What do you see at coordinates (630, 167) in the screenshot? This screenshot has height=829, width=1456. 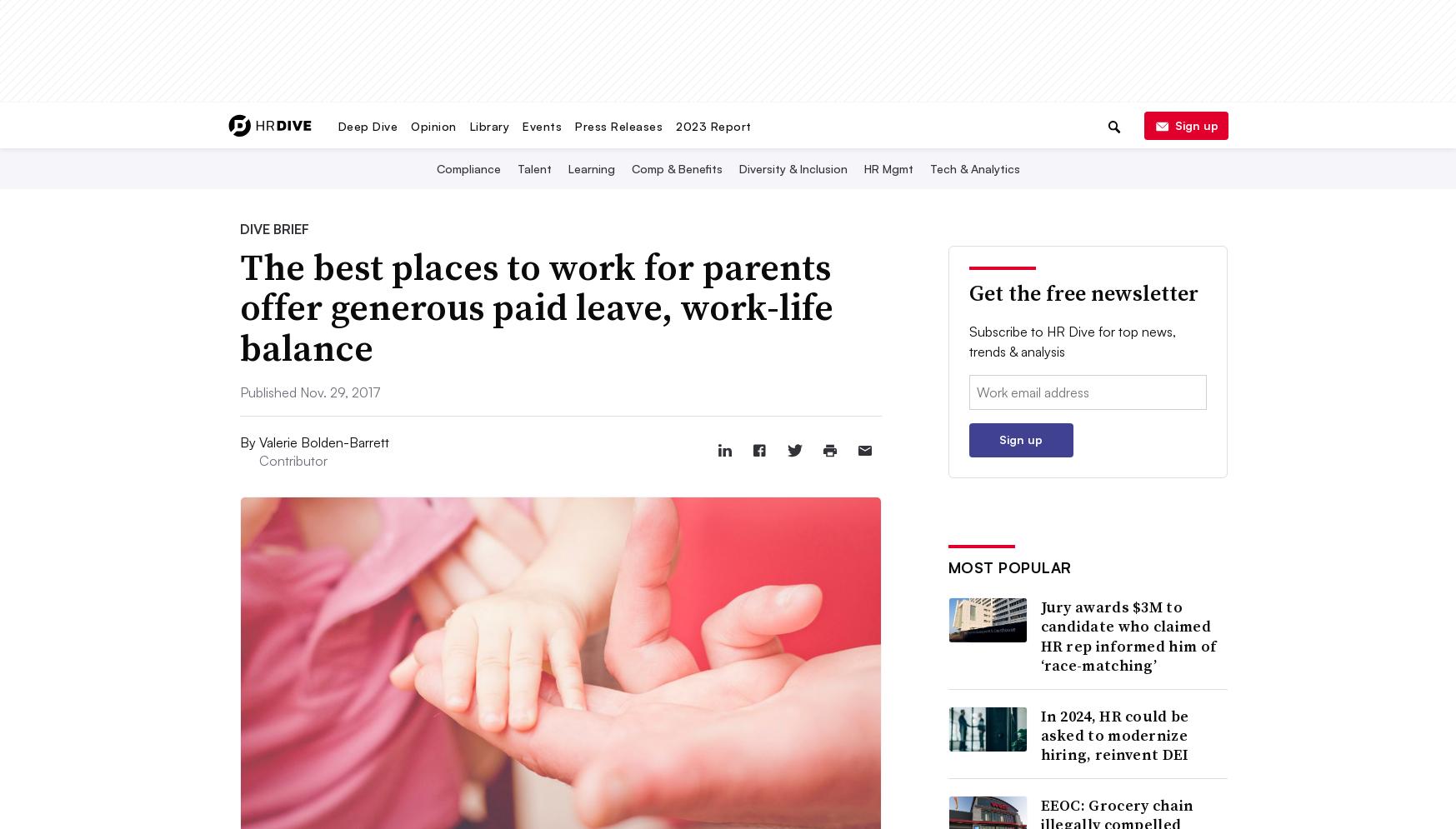 I see `'Comp & Benefits'` at bounding box center [630, 167].